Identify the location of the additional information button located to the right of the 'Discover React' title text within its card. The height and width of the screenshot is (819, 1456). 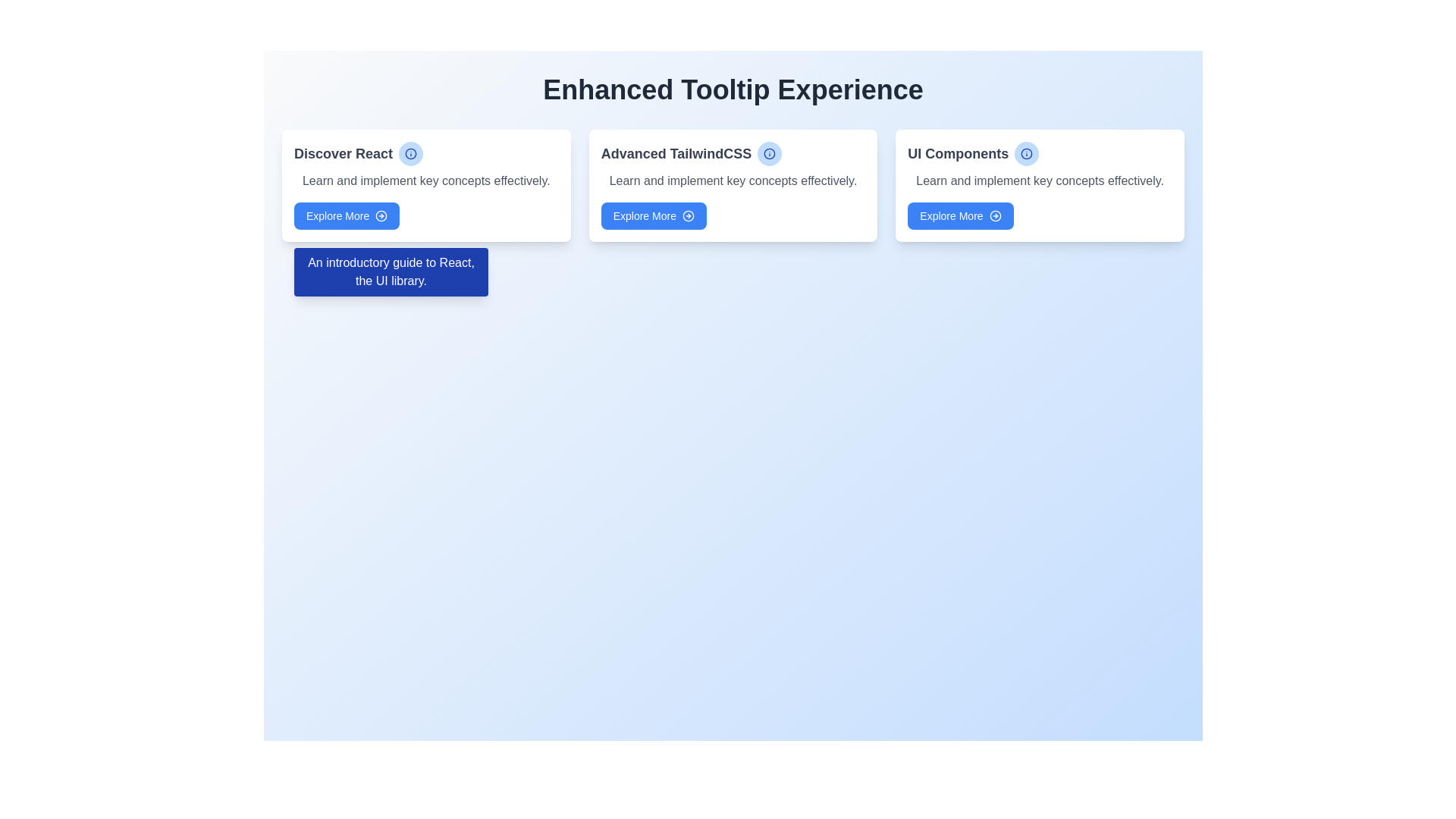
(411, 154).